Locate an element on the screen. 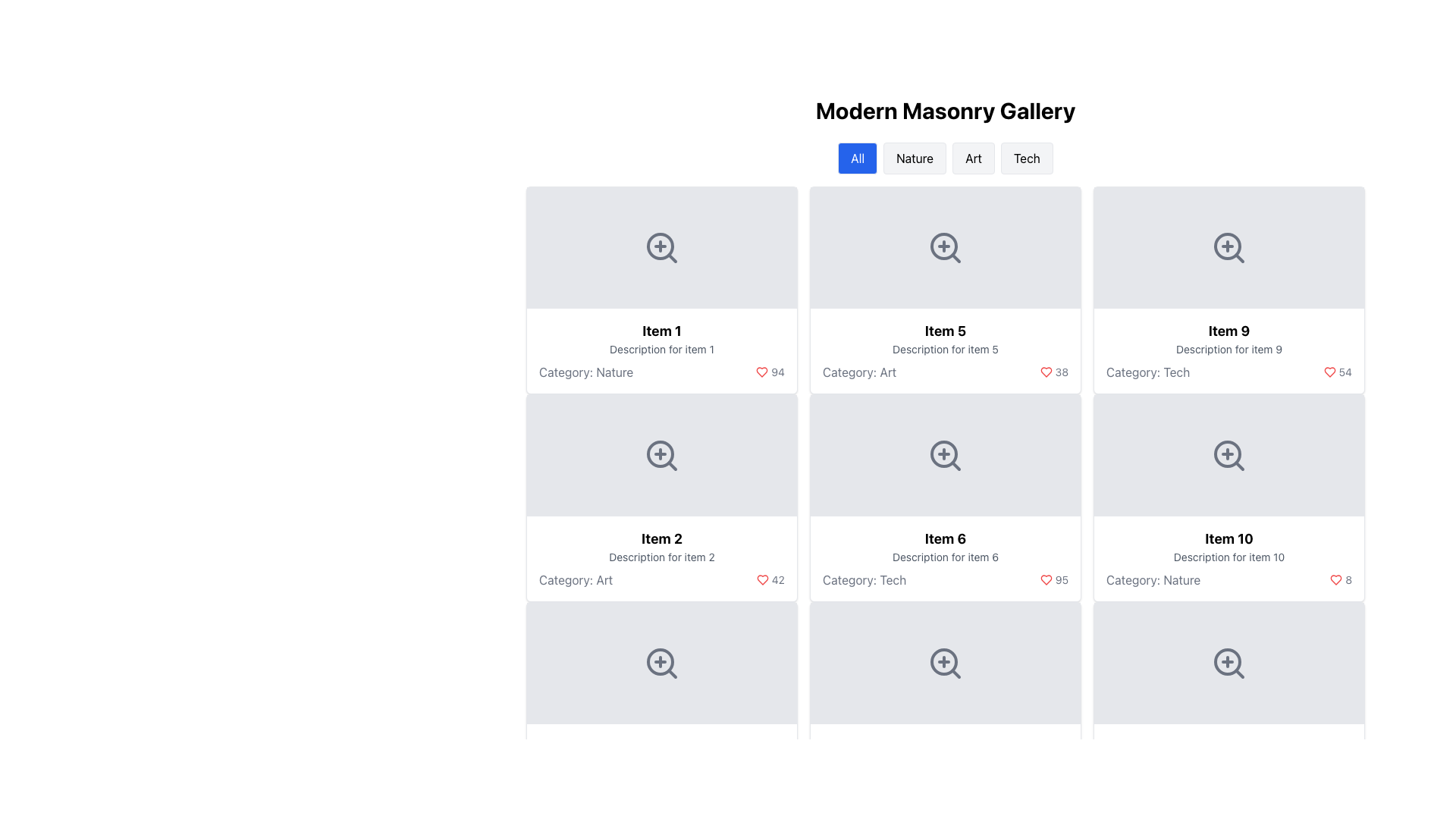  the red heart icon with the number '42' located in the bottom right corner of the card labeled 'Item 2' under 'Category: Art' is located at coordinates (770, 579).